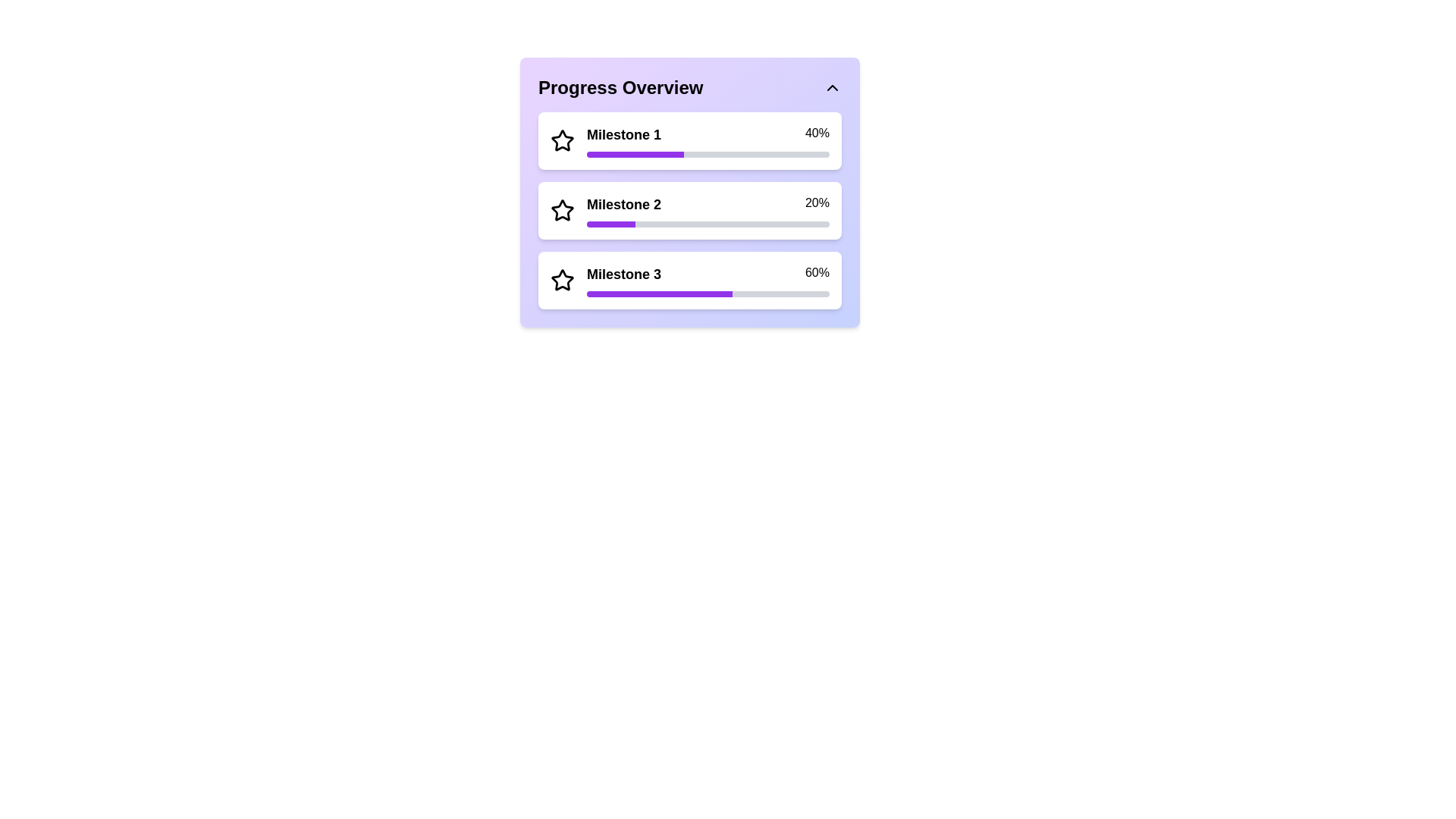 Image resolution: width=1456 pixels, height=819 pixels. Describe the element at coordinates (620, 87) in the screenshot. I see `the title text labeled 'Progress Overview', which is a bold, large-sized, black-colored font at the top-center of the interface` at that location.